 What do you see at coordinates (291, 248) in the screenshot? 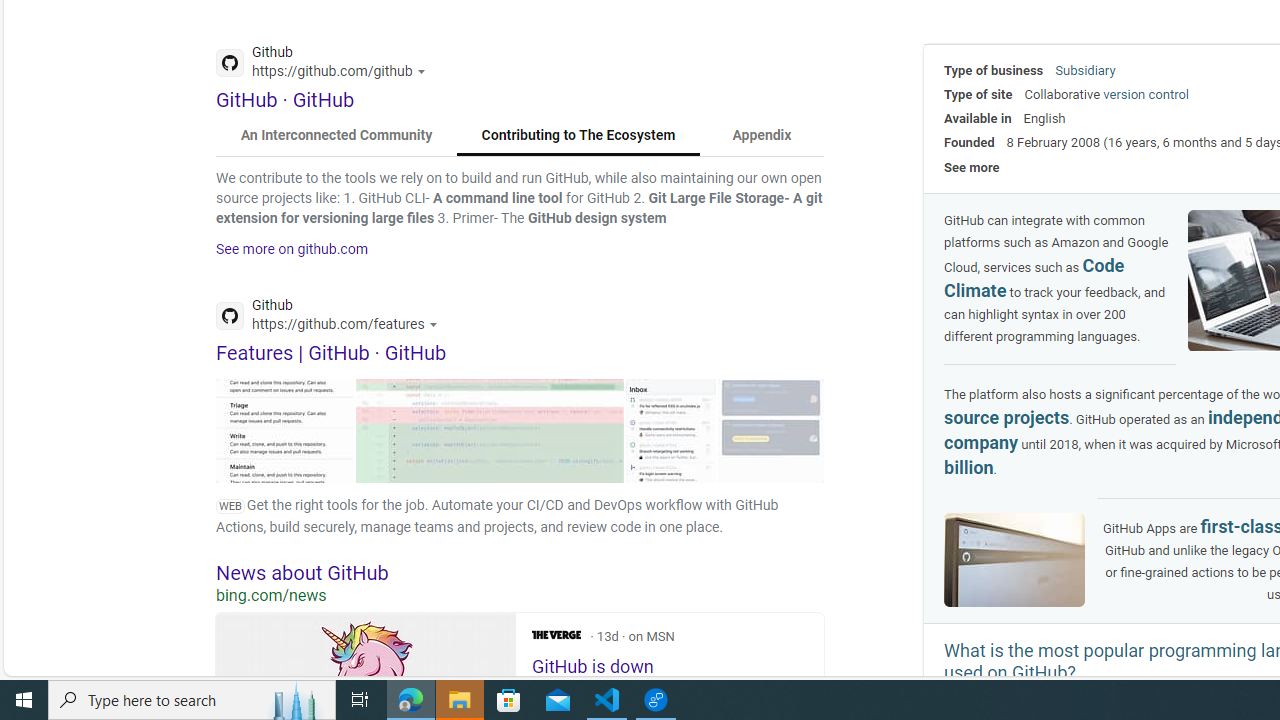
I see `'See more on github.com'` at bounding box center [291, 248].